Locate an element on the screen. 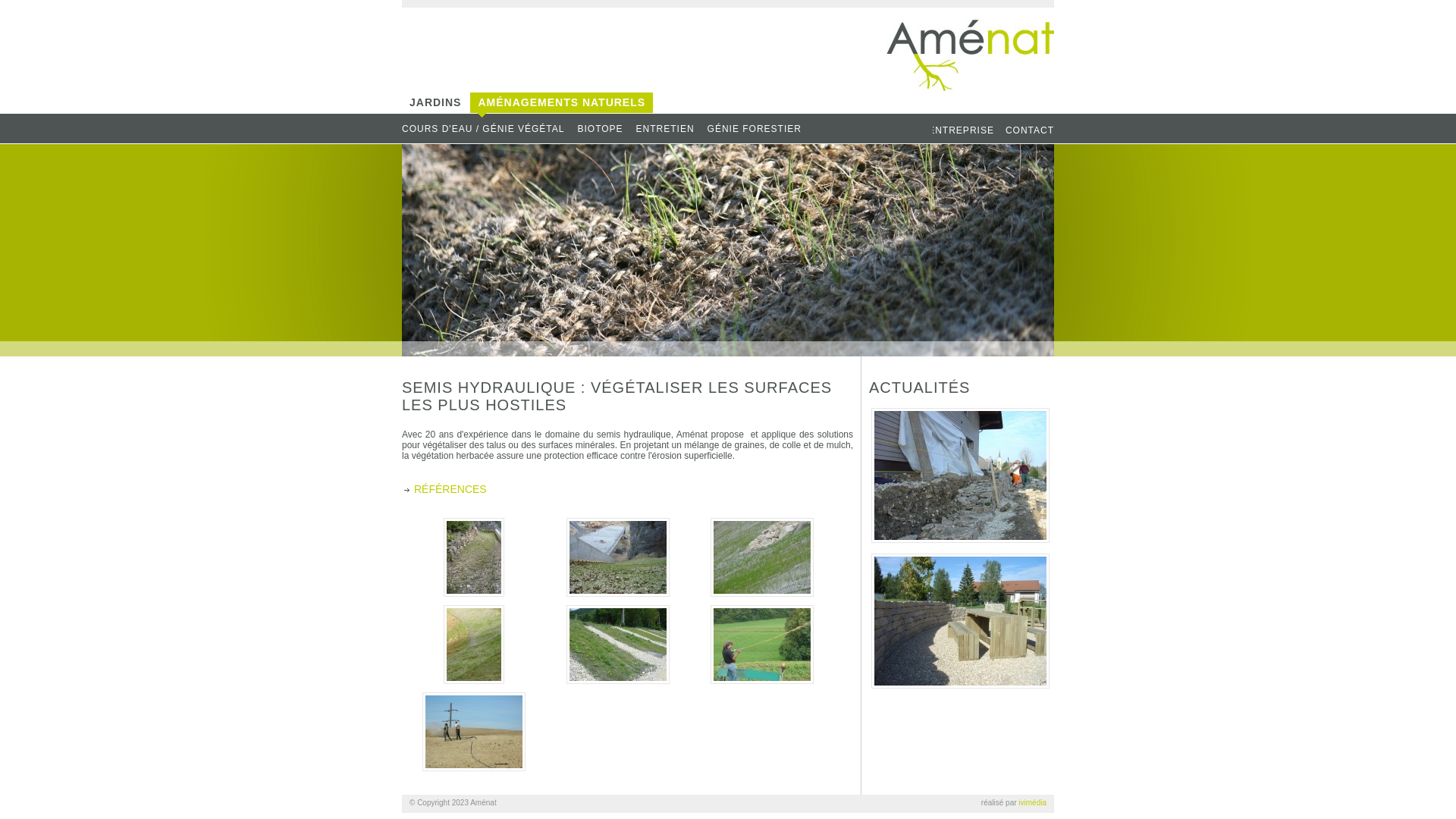 The width and height of the screenshot is (1456, 819). 'BIOTOPE' is located at coordinates (604, 128).